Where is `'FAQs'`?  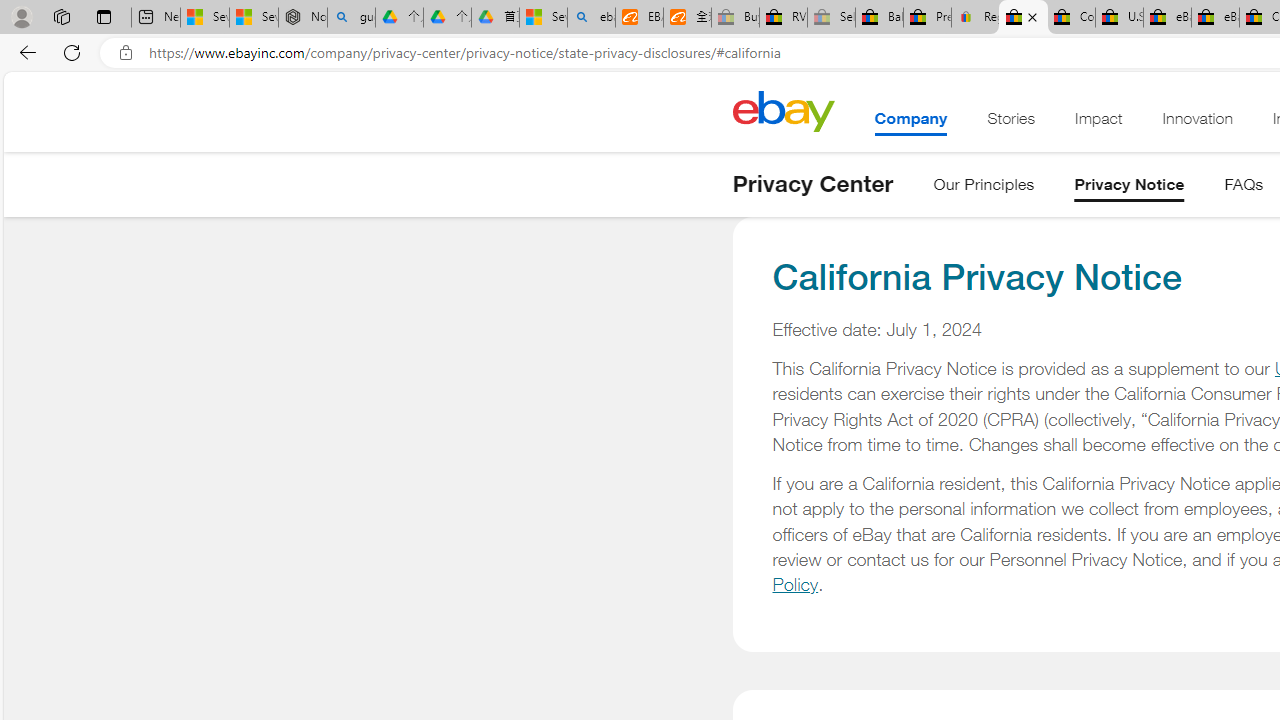
'FAQs' is located at coordinates (1243, 188).